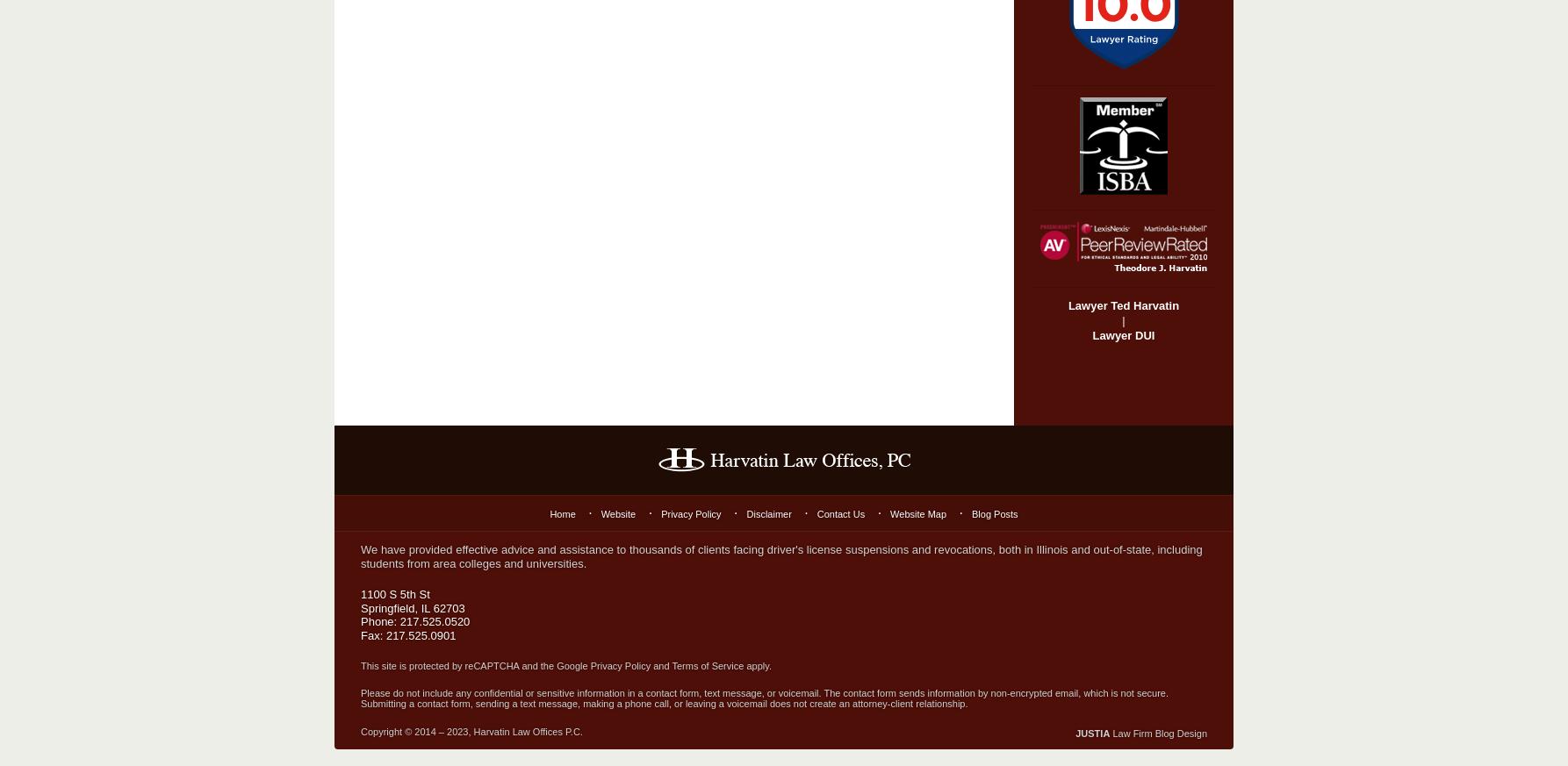 The width and height of the screenshot is (1568, 766). I want to click on 'Fax:', so click(373, 634).